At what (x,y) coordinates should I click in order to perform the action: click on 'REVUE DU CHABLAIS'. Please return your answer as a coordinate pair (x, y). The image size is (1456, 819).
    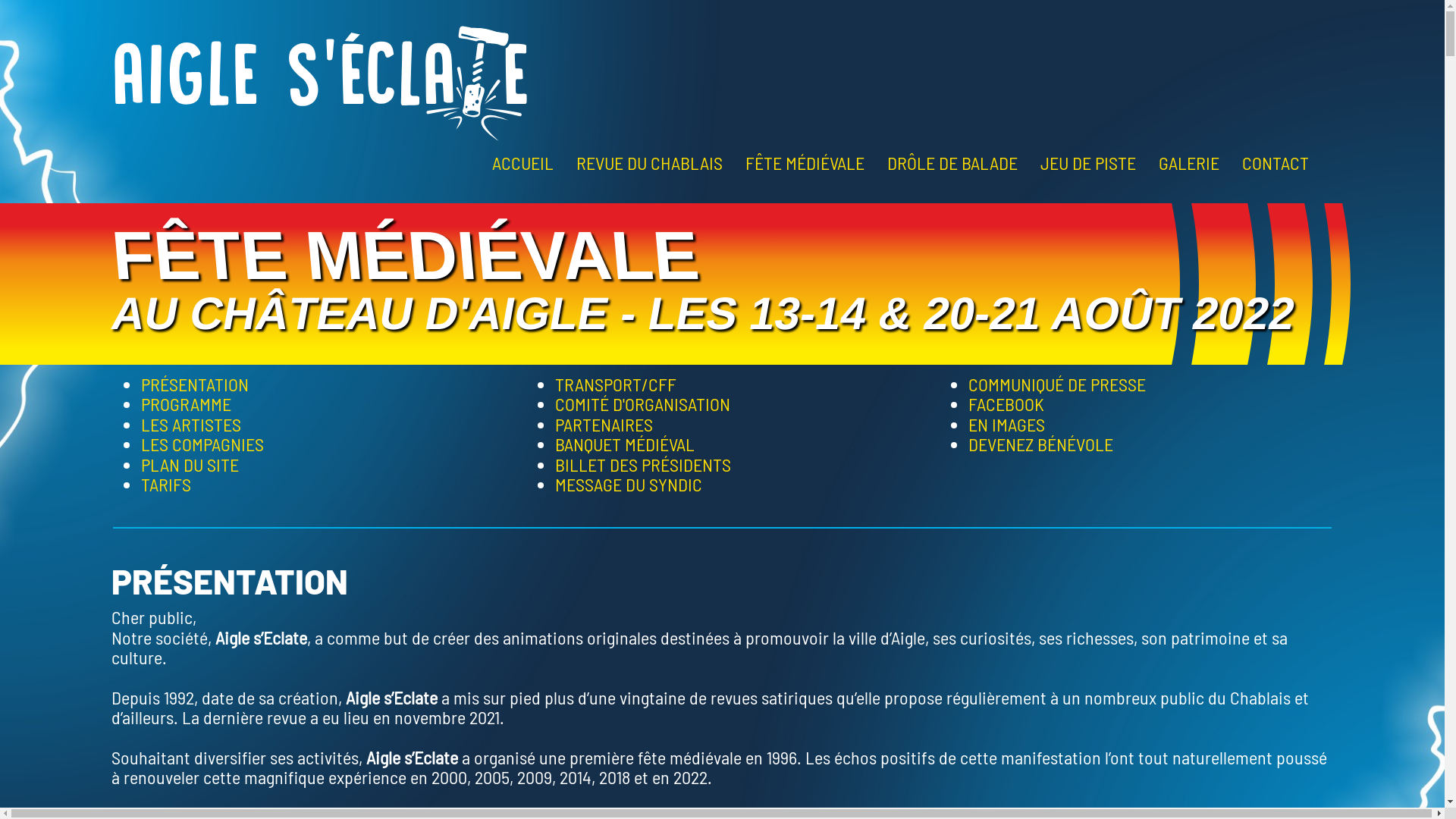
    Looking at the image, I should click on (649, 162).